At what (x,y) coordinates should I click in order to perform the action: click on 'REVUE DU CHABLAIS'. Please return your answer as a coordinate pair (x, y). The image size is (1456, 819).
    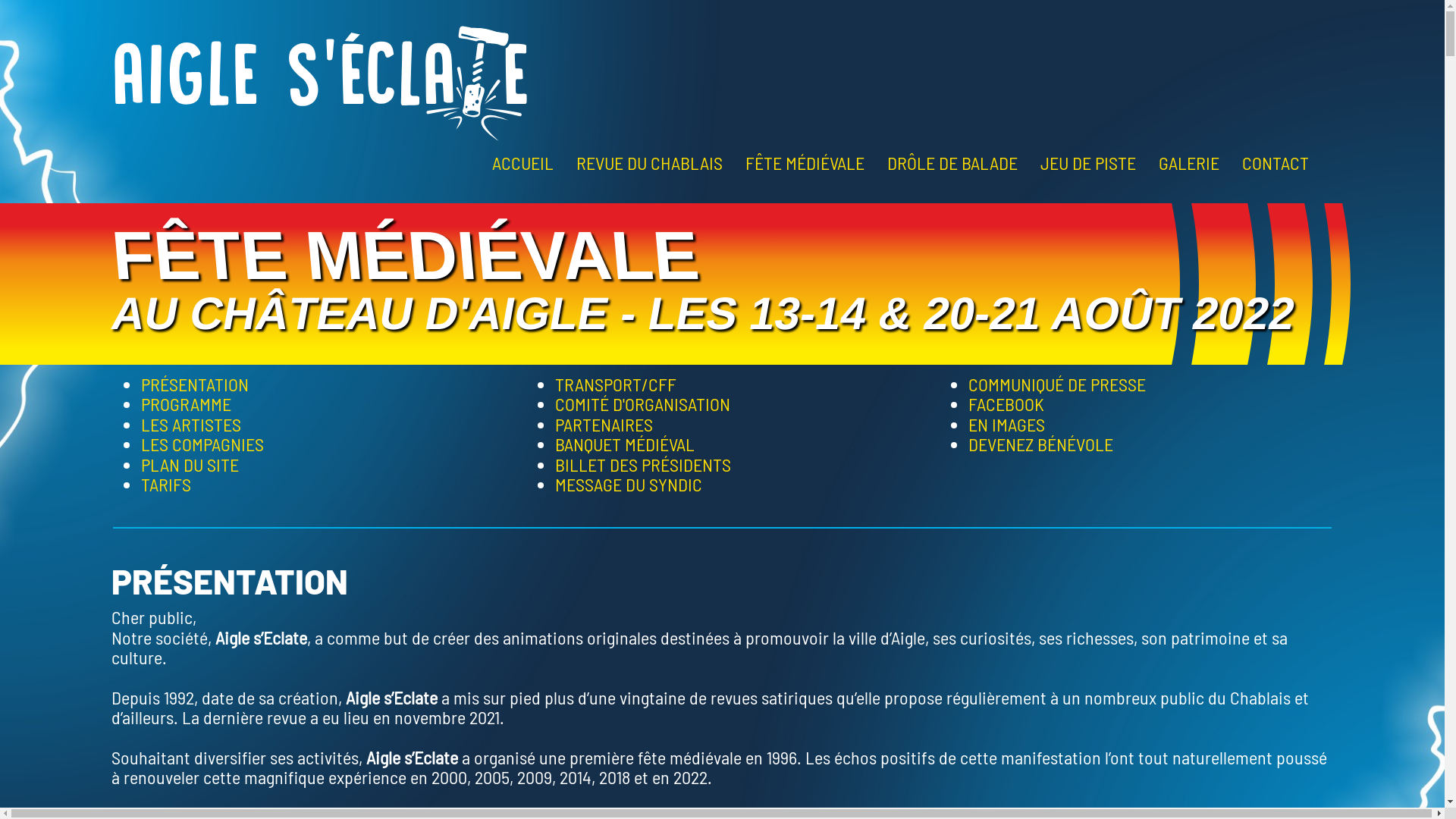
    Looking at the image, I should click on (649, 162).